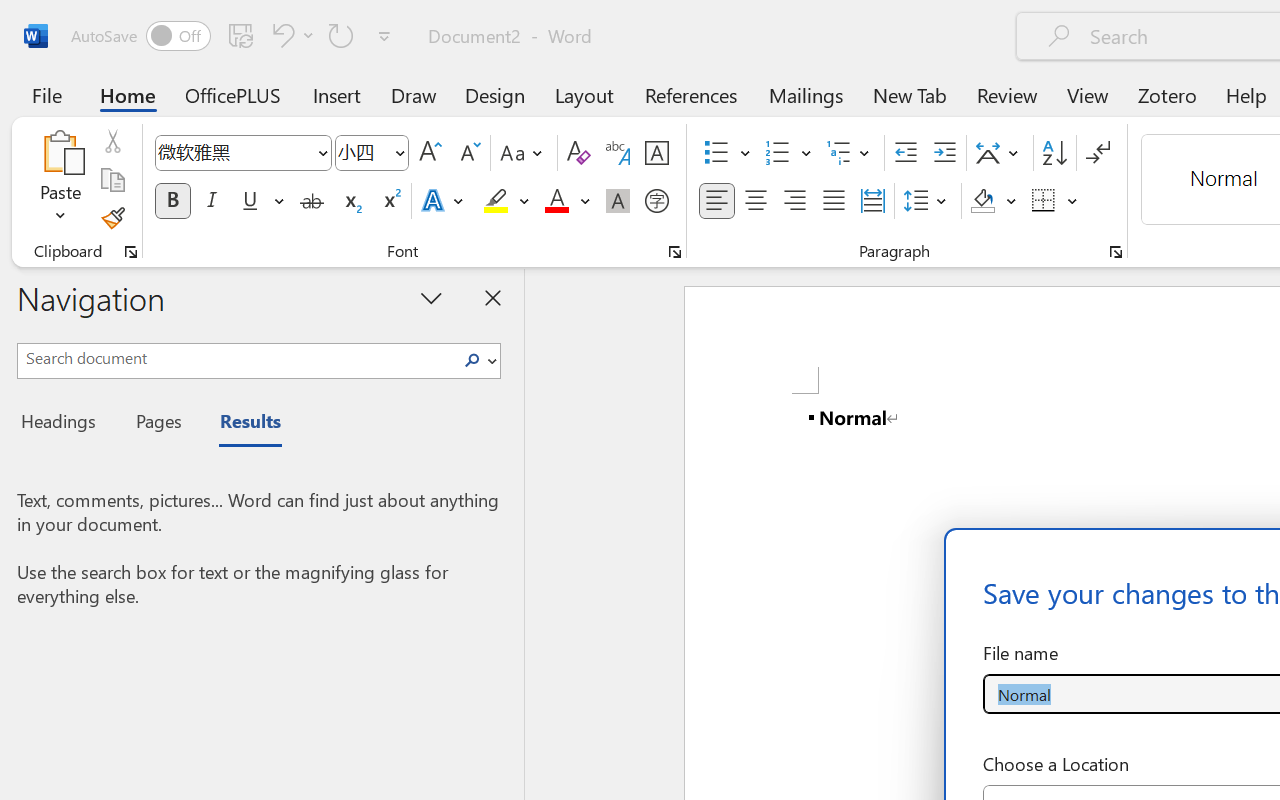  Describe the element at coordinates (726, 153) in the screenshot. I see `'Bullets'` at that location.